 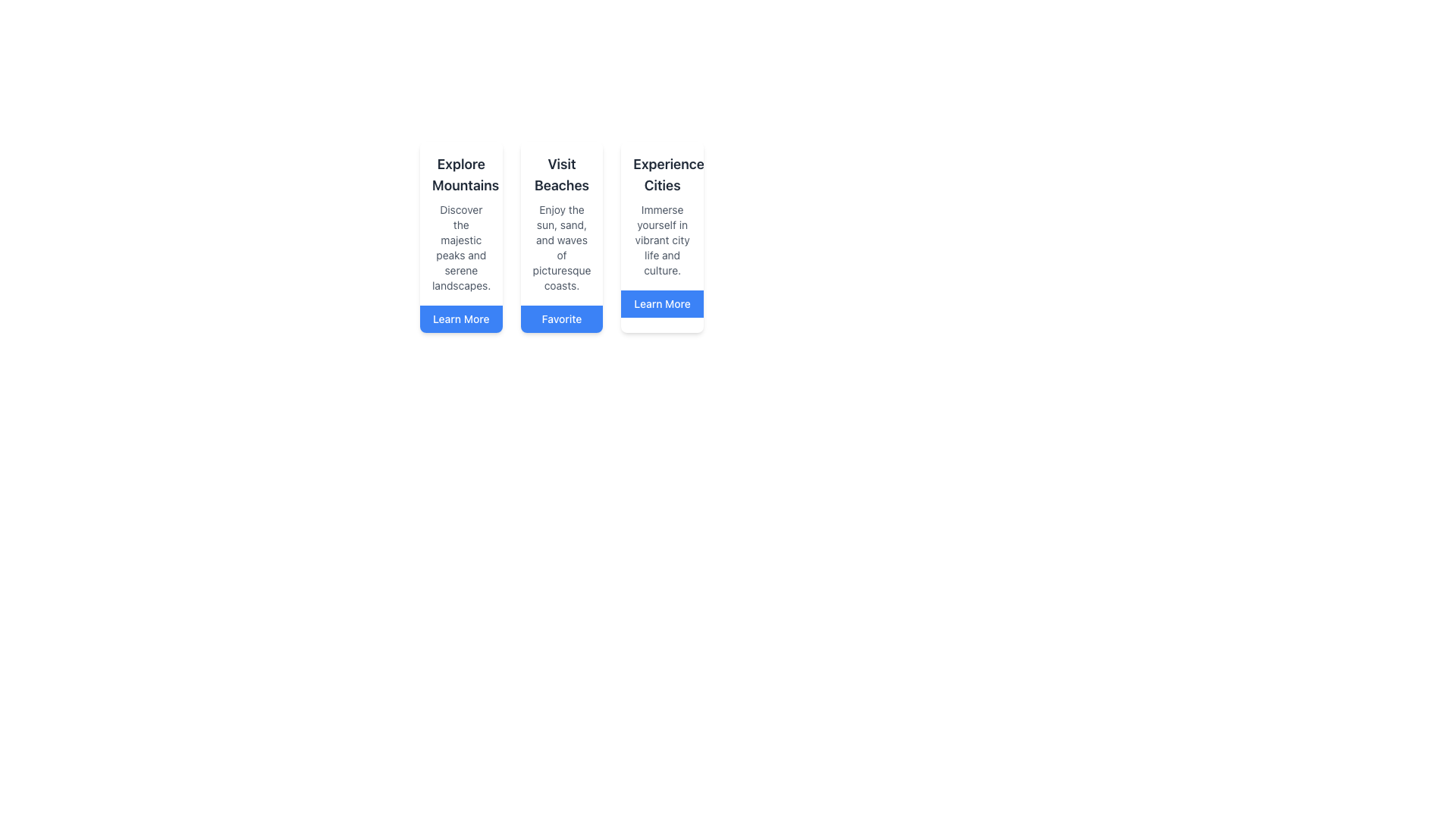 What do you see at coordinates (662, 216) in the screenshot?
I see `informational text block that contains the bold text 'Experience Cities' and the smaller text 'Immerse yourself in vibrant city life and culture.' This block is located in the third card from the left in a grid layout, above a 'Learn More' button` at bounding box center [662, 216].